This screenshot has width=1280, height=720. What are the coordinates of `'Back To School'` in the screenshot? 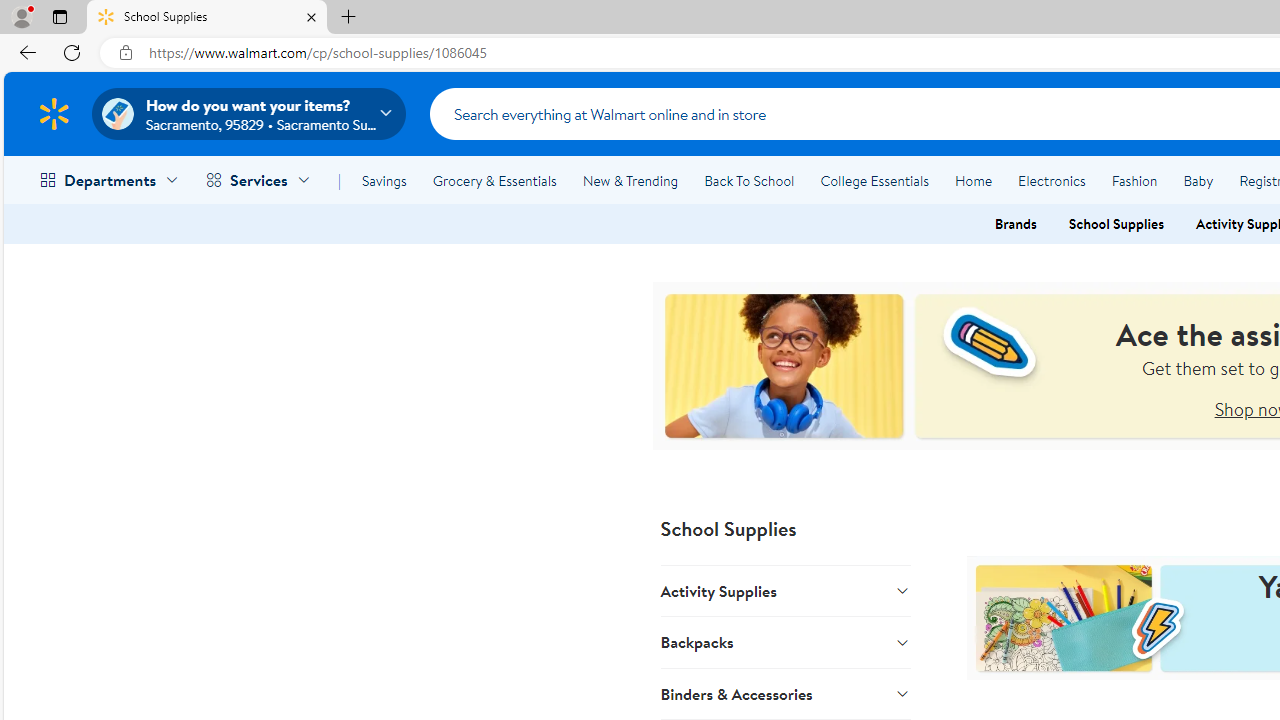 It's located at (748, 181).